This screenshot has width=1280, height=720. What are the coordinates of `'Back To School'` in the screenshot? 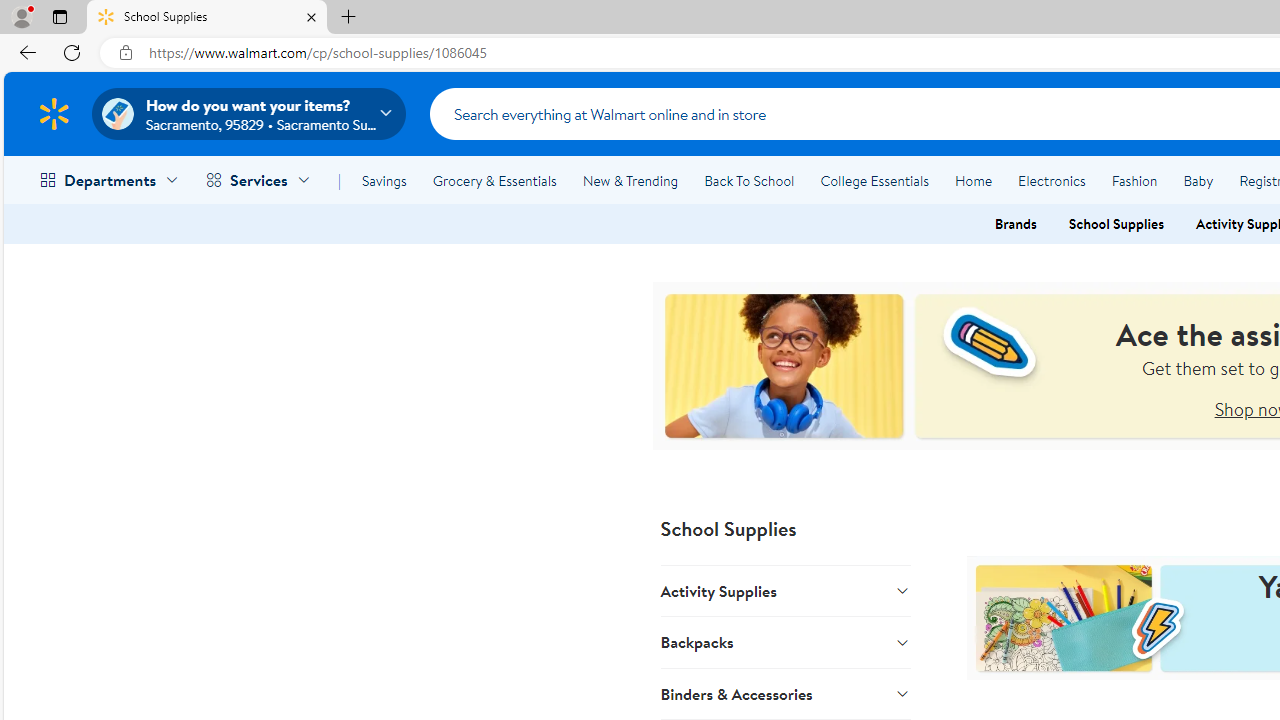 It's located at (748, 181).